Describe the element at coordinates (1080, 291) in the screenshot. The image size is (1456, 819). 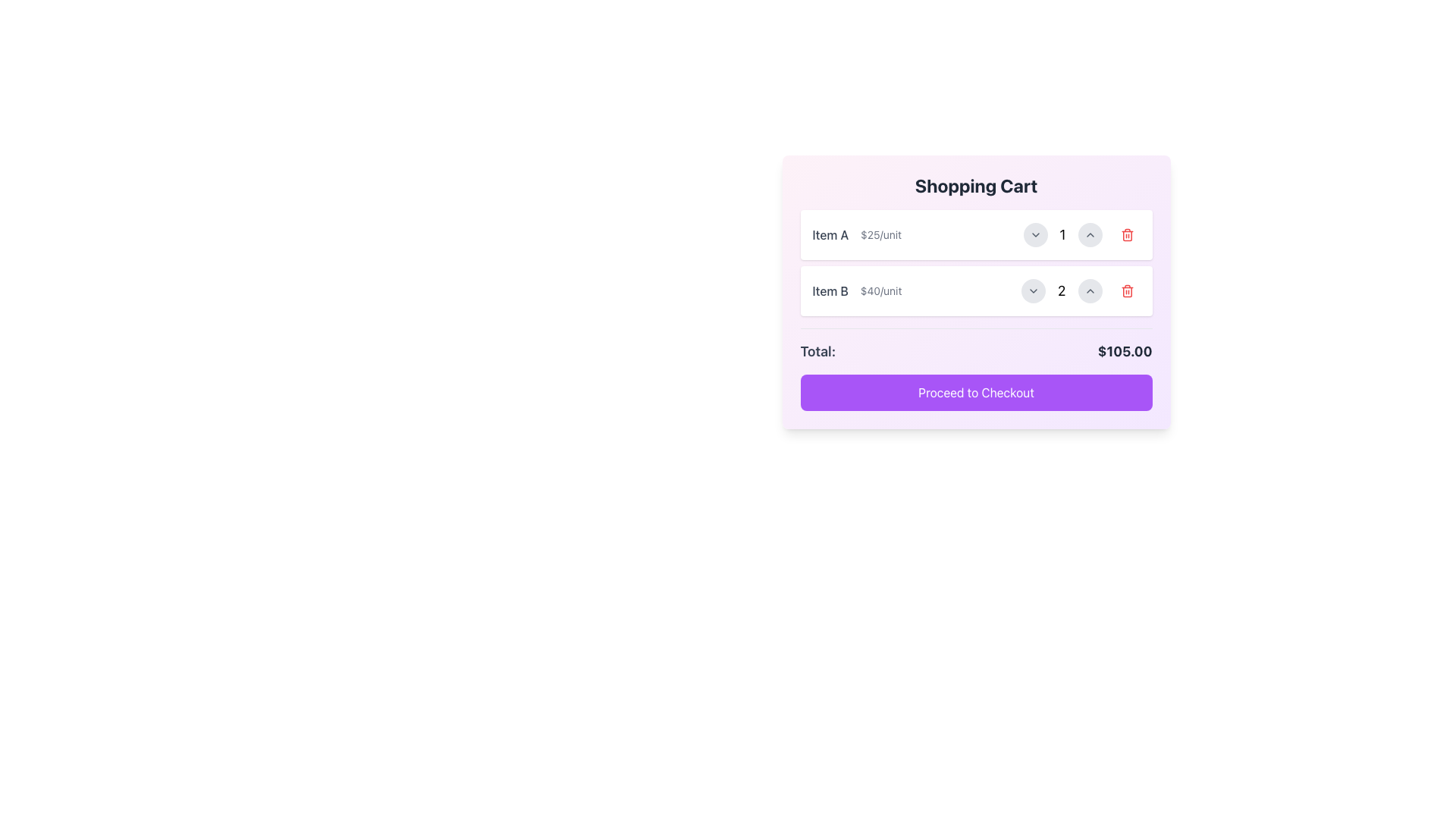
I see `the number '2' displayed between the decrement and increment buttons in the 'Item B' row` at that location.